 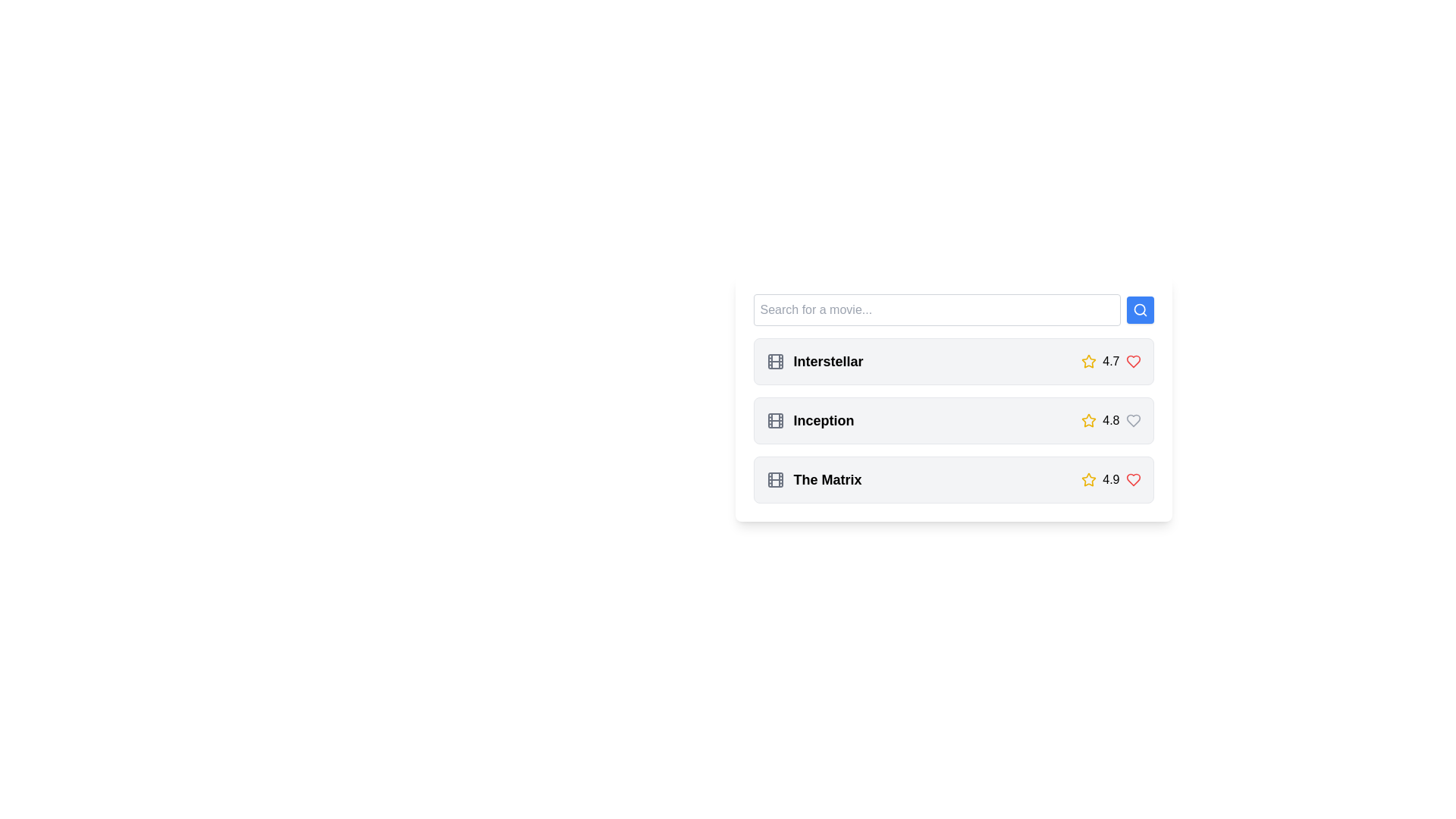 I want to click on the SVG Rectangle that visually represents the 'film' icon associated with the movie 'The Matrix', so click(x=775, y=479).